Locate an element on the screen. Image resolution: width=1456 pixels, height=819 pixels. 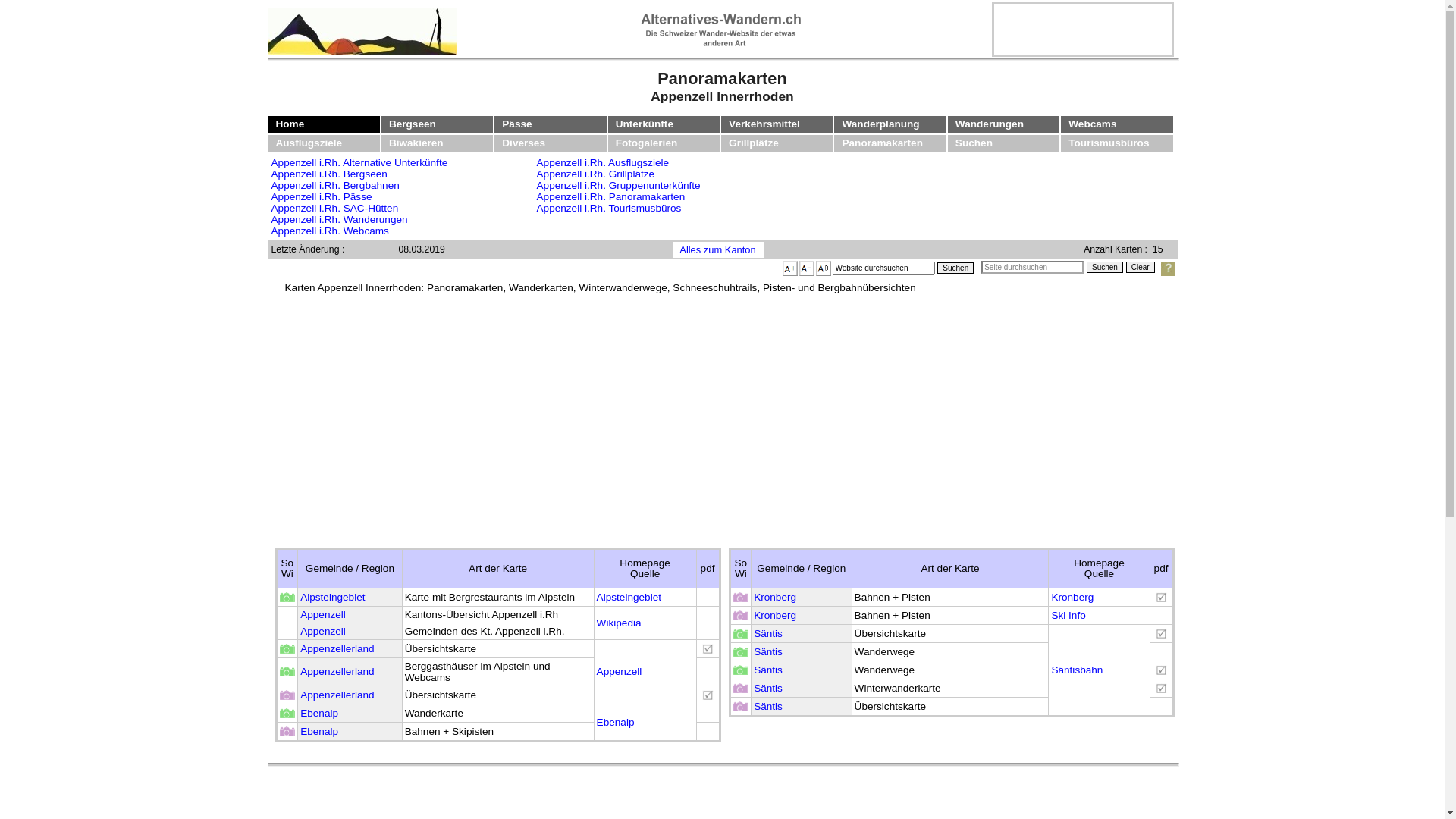
'Wanderungen' is located at coordinates (990, 123).